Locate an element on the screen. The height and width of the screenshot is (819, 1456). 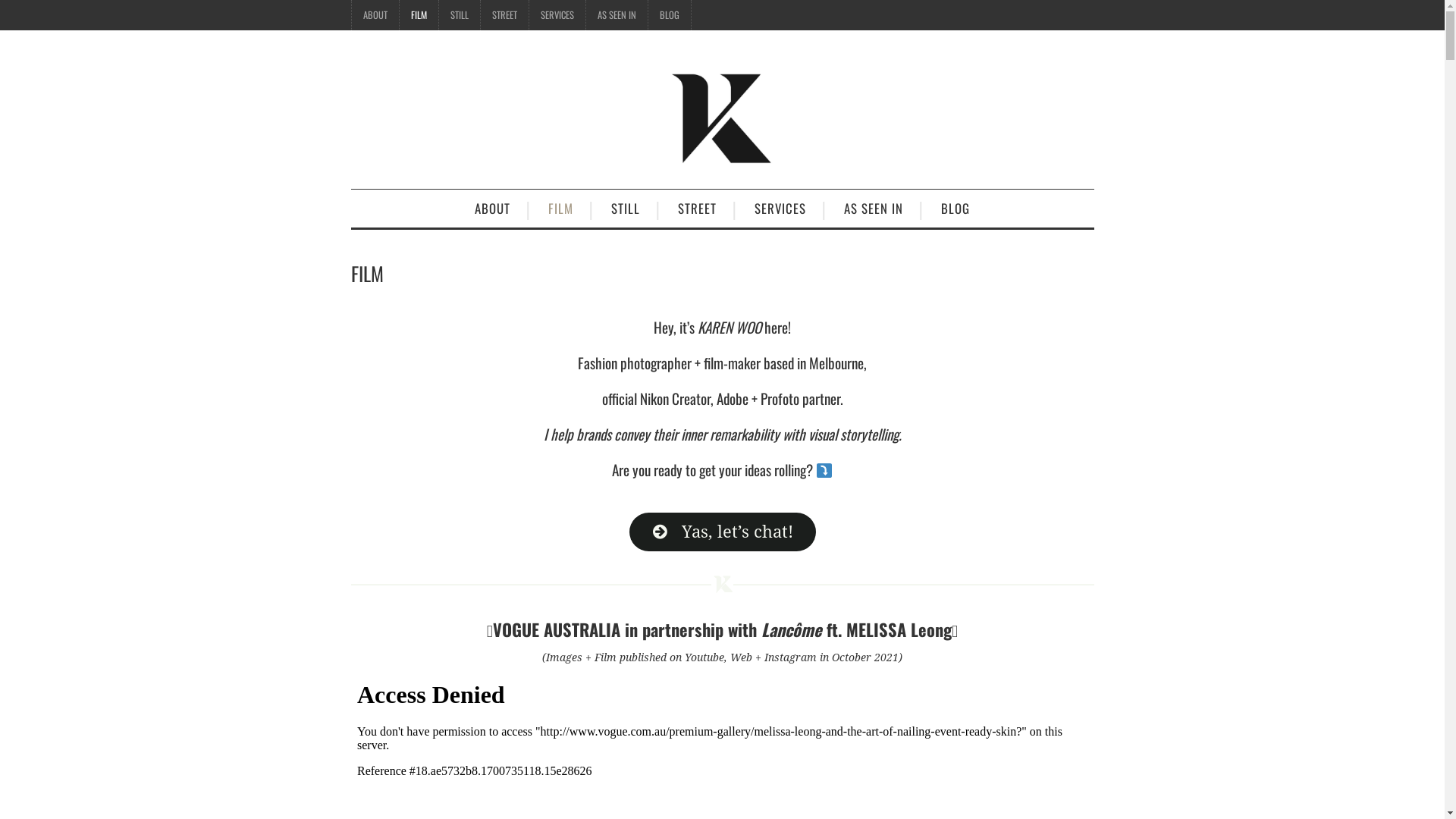
'FILM' is located at coordinates (418, 14).